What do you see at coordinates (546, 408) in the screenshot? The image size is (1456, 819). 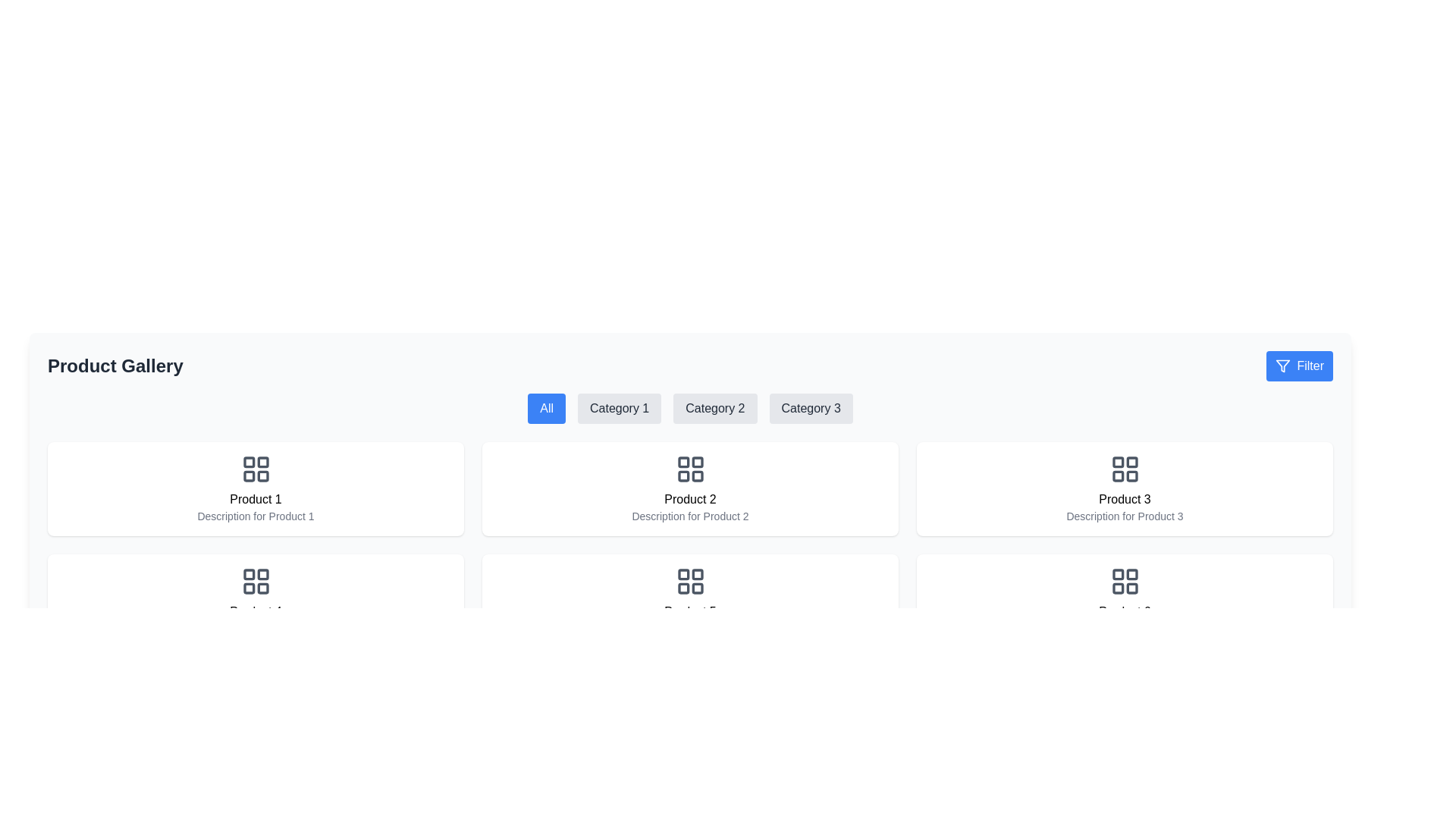 I see `the filter button located to the left of 'Category 1', 'Category 2', and 'Category 3'` at bounding box center [546, 408].